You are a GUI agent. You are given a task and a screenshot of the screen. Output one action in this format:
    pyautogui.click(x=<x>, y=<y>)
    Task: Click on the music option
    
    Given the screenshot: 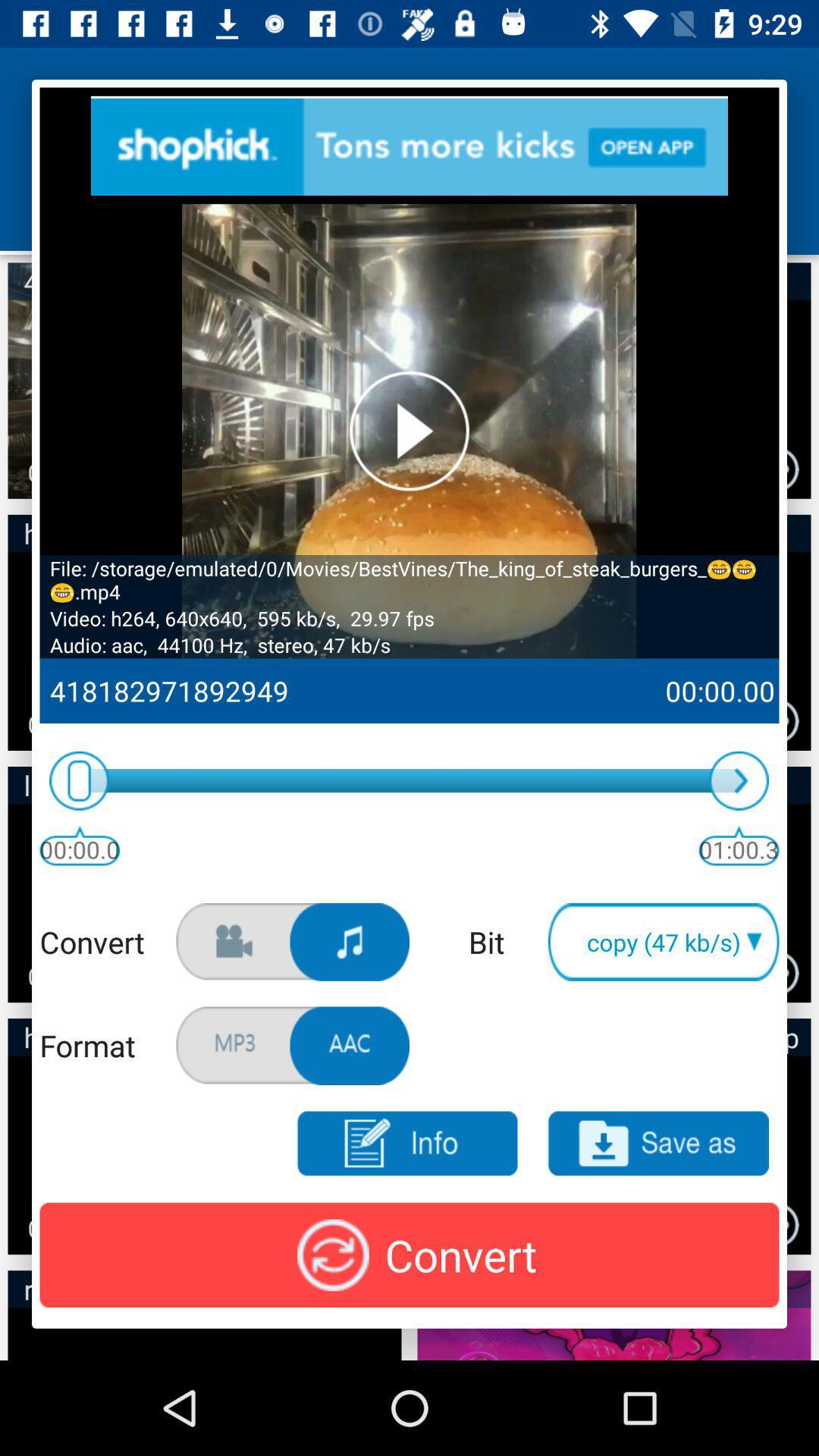 What is the action you would take?
    pyautogui.click(x=350, y=941)
    